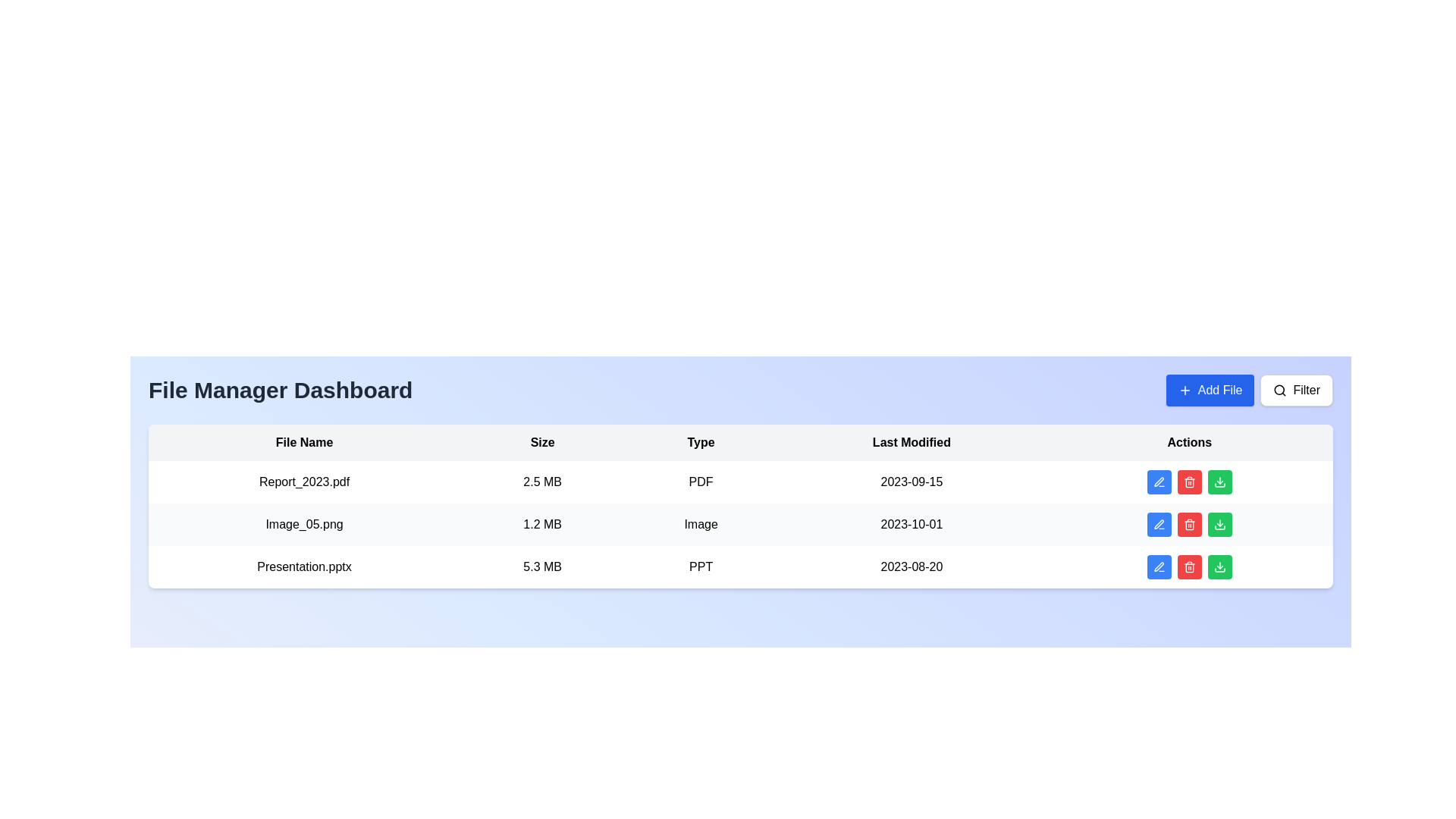 The height and width of the screenshot is (819, 1456). I want to click on the edit button with an icon located in the 'Actions' column of the last row in the table, which triggers the edit functionality, so click(1158, 567).